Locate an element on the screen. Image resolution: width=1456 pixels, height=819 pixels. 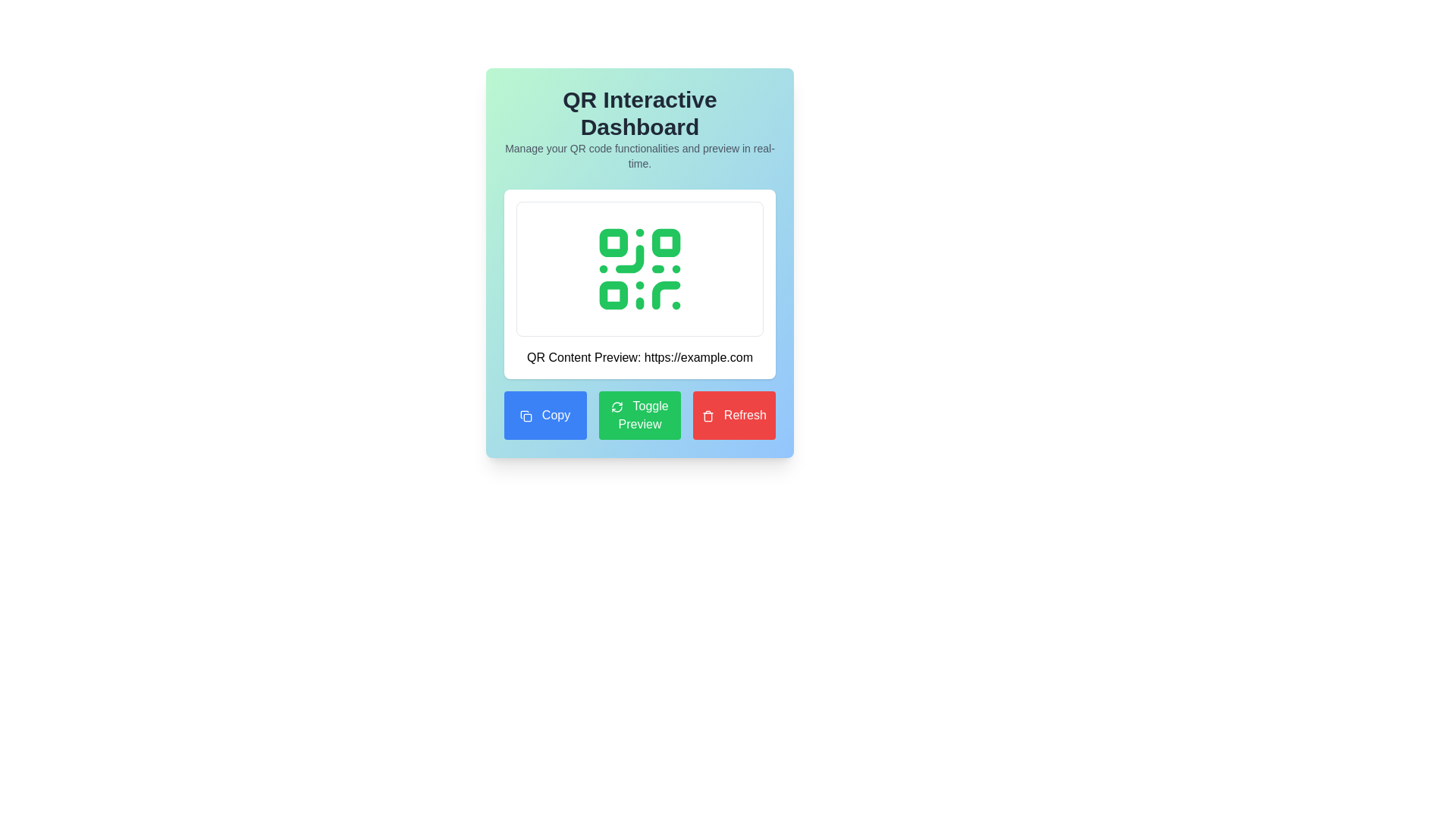
the refresh button located in the lower right corner of the interface, which contains the refresh icon to the left of the 'Refresh' text is located at coordinates (708, 416).